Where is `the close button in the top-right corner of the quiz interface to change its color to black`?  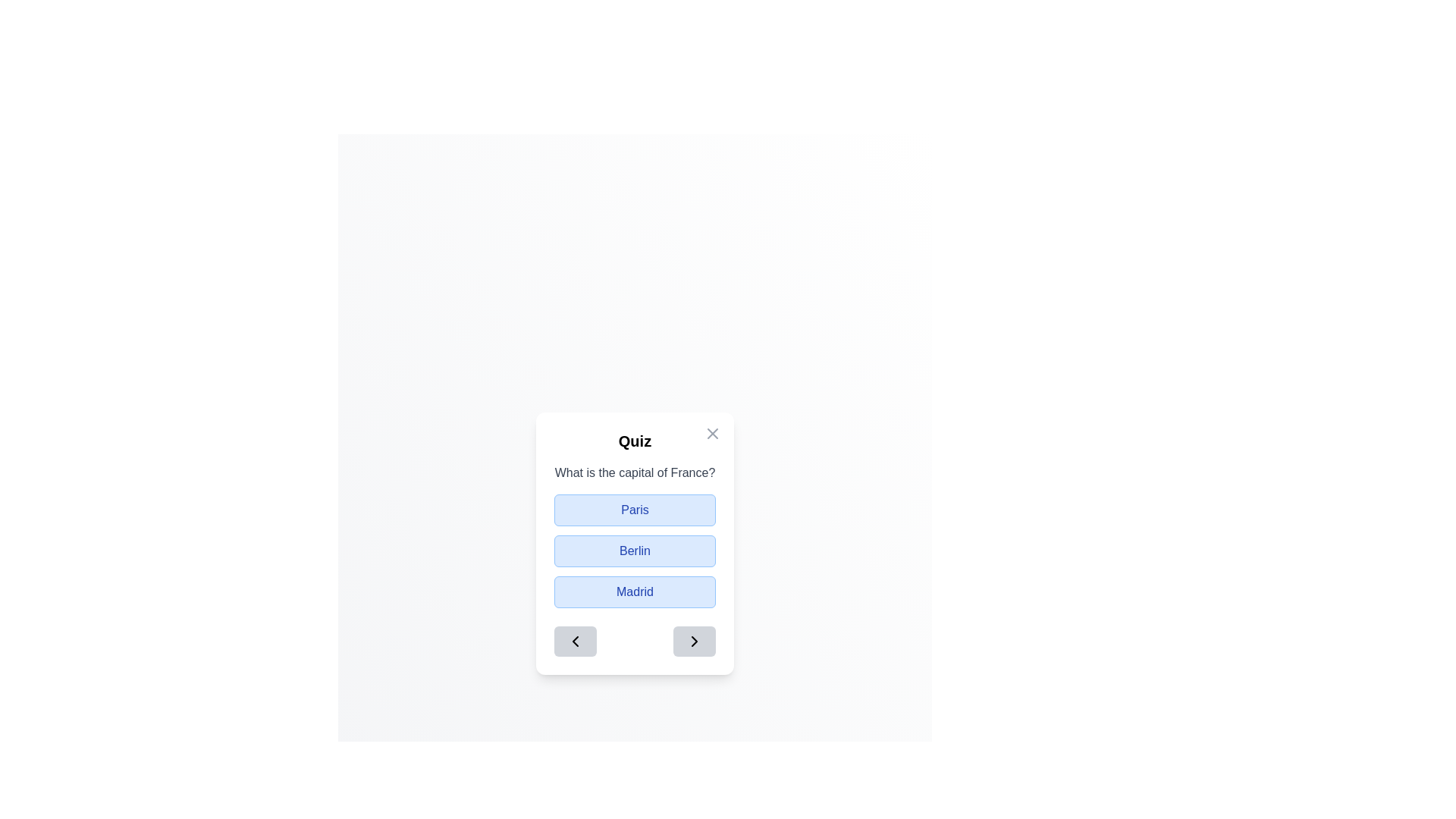
the close button in the top-right corner of the quiz interface to change its color to black is located at coordinates (712, 433).